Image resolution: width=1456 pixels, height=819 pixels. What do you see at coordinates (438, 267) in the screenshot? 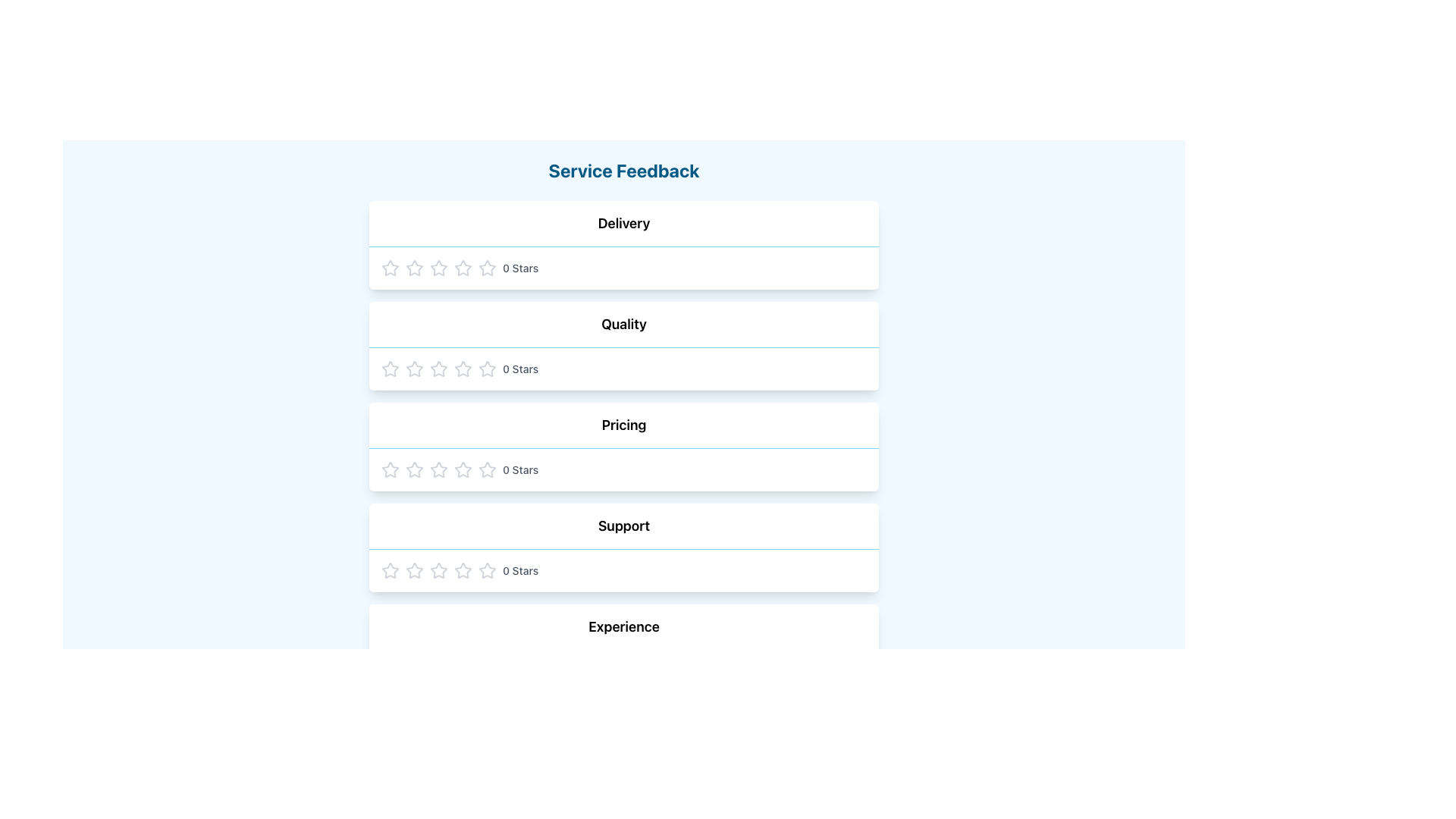
I see `the second star in the Delivery feedback section` at bounding box center [438, 267].